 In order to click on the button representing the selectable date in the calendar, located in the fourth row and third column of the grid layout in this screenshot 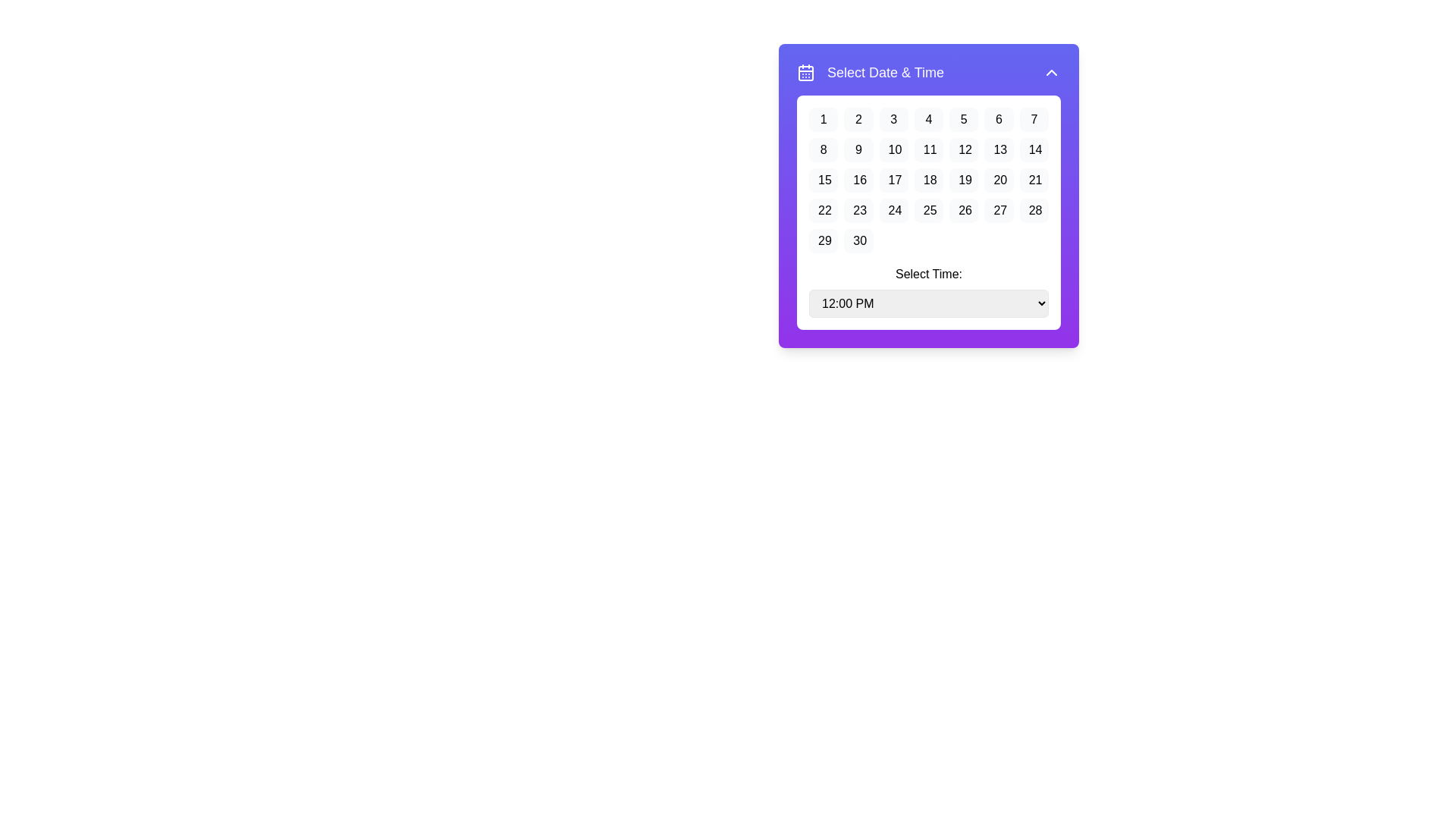, I will do `click(893, 210)`.